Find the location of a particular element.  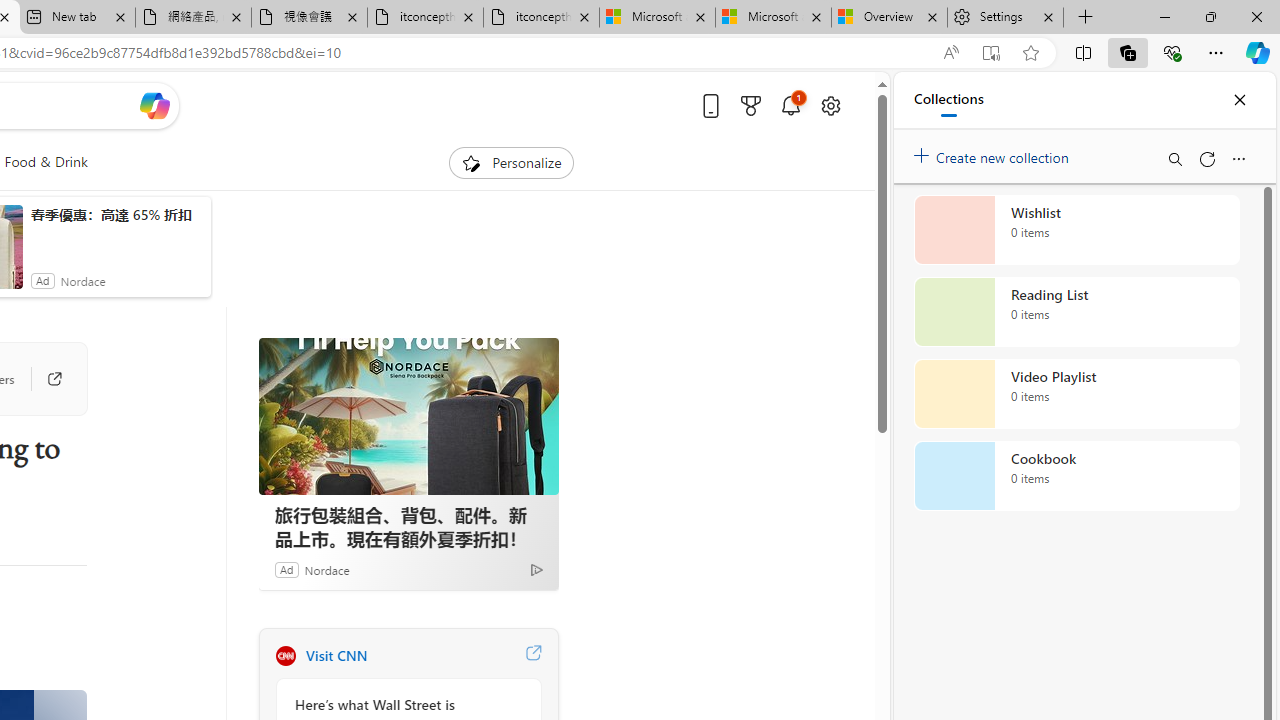

'Reading List collection, 0 items' is located at coordinates (1076, 312).